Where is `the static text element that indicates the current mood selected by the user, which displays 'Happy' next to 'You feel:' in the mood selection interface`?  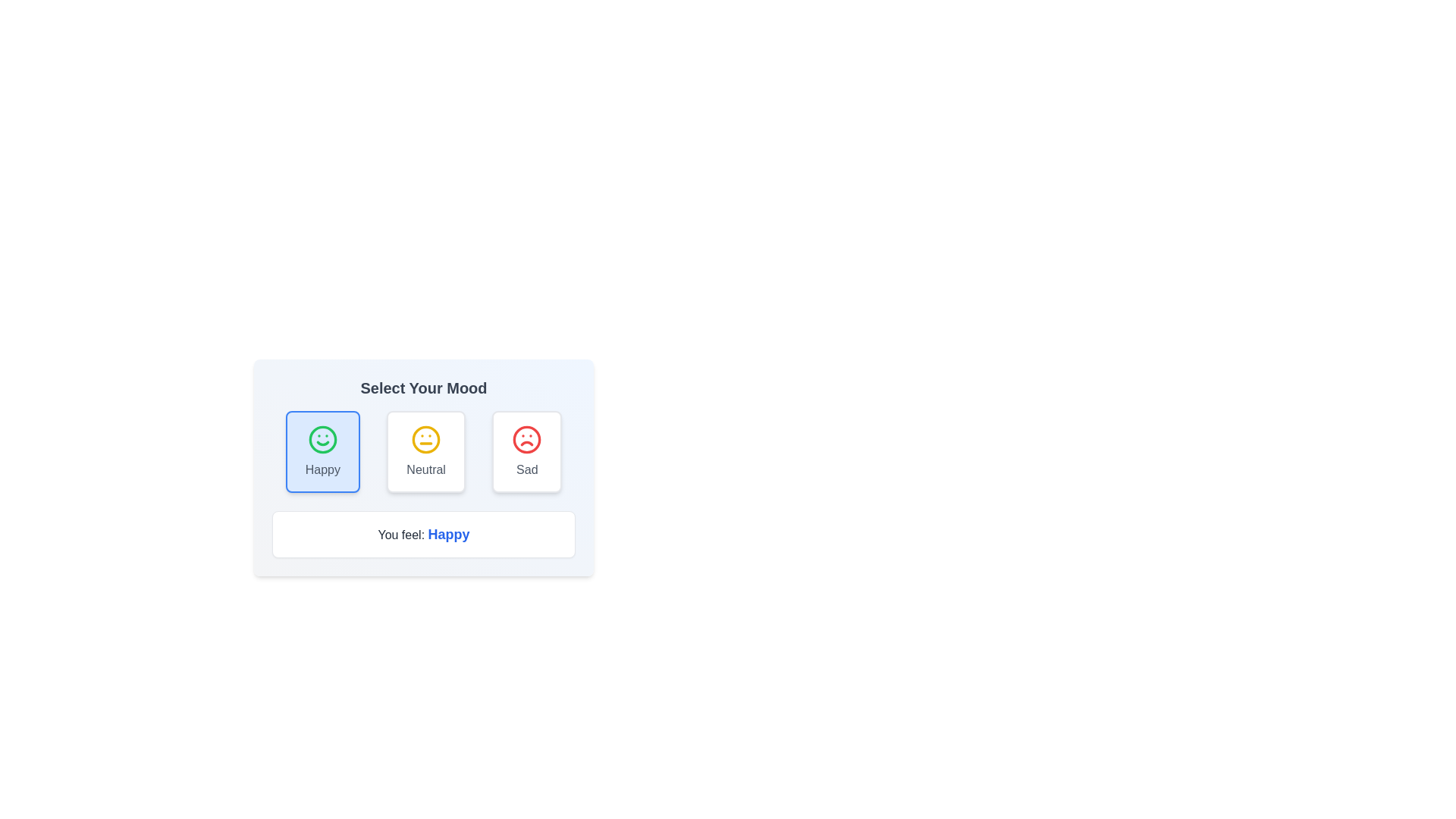 the static text element that indicates the current mood selected by the user, which displays 'Happy' next to 'You feel:' in the mood selection interface is located at coordinates (448, 534).